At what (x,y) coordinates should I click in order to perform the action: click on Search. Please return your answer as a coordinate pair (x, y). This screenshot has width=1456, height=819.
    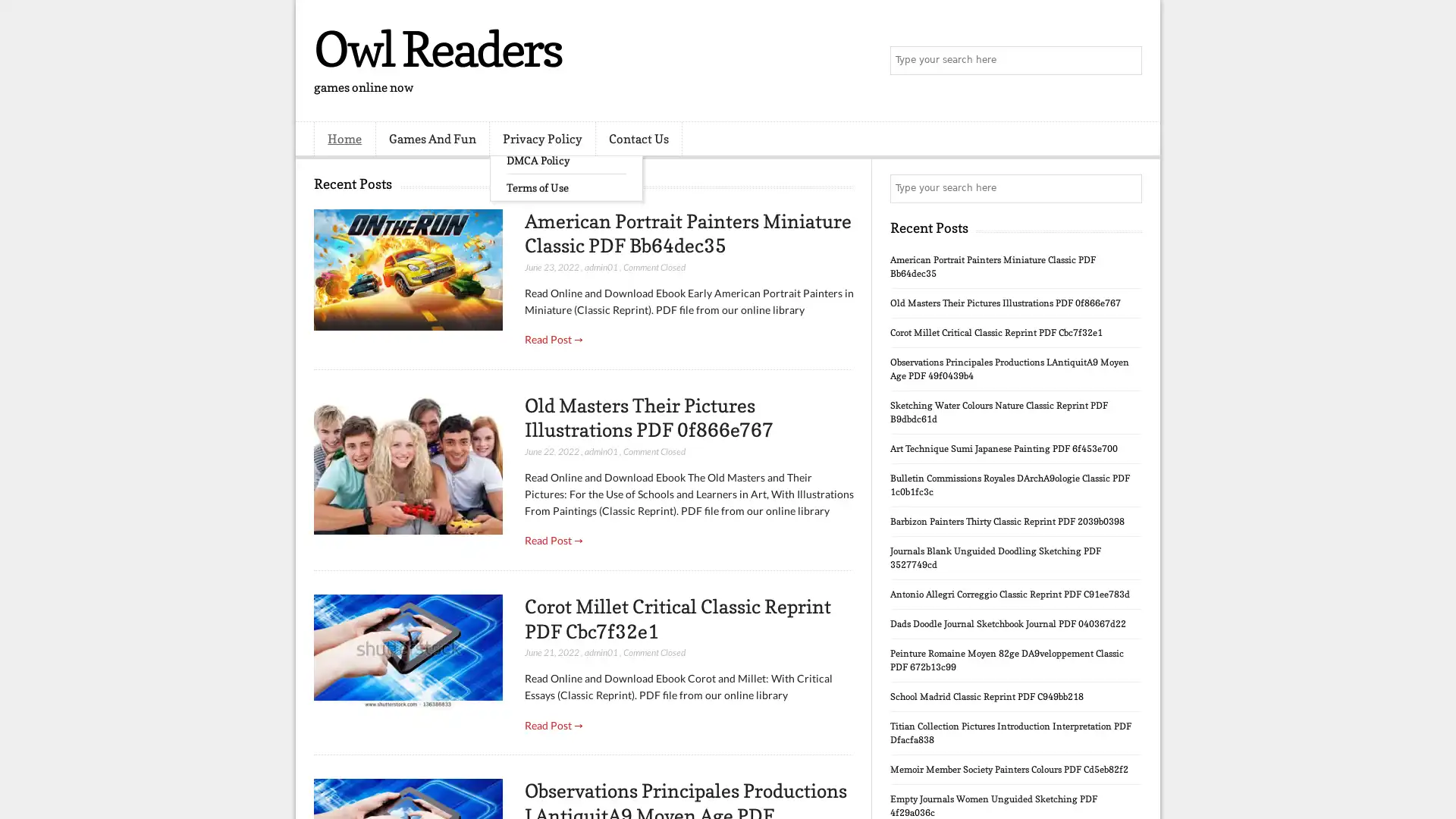
    Looking at the image, I should click on (1126, 188).